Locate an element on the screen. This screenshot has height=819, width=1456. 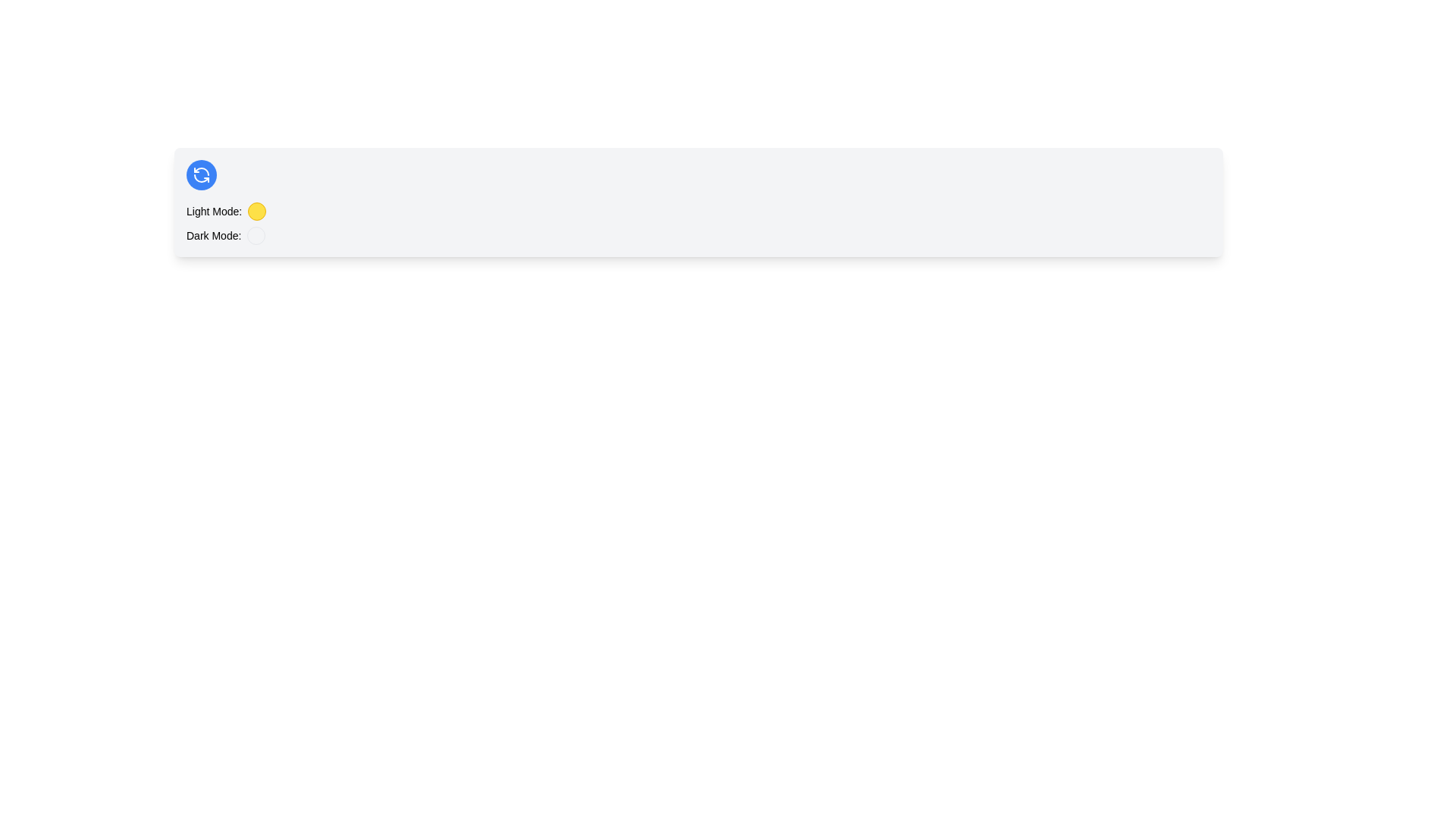
the circular refresh icon button located at the top-left corner of the interface is located at coordinates (200, 174).